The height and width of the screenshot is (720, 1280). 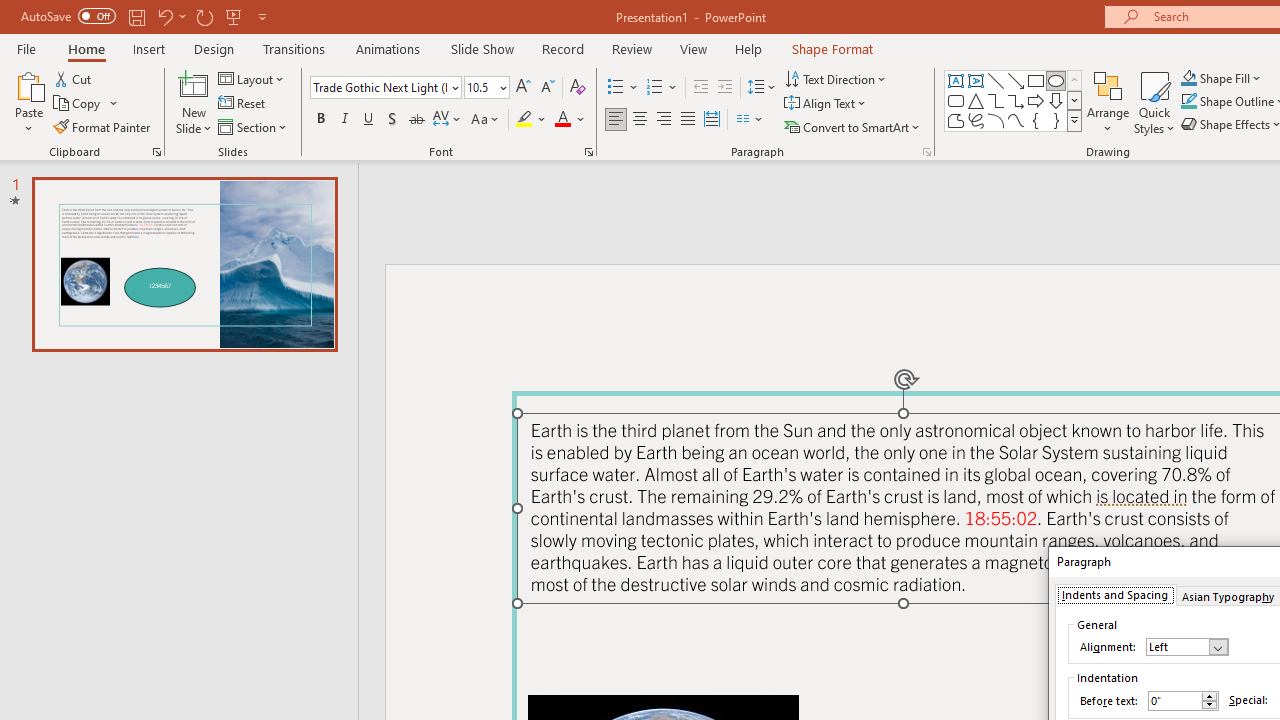 I want to click on 'Shape Outline Teal, Accent 1', so click(x=1189, y=101).